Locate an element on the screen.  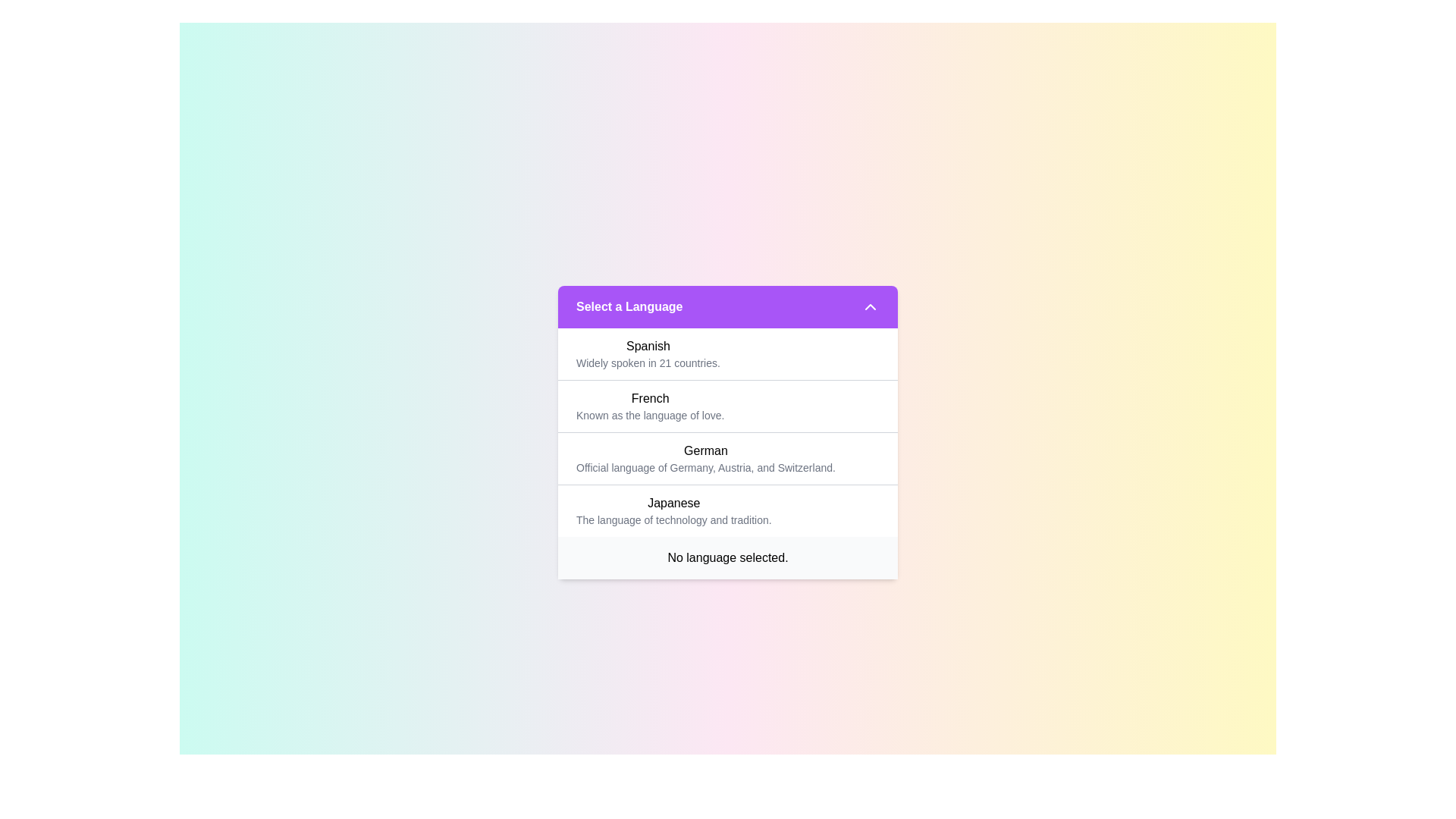
text label that contains the word 'German' which is positioned under the header 'Select a Language' and above the description 'Official language of Germany, Austria, and Switzerland.' is located at coordinates (705, 450).